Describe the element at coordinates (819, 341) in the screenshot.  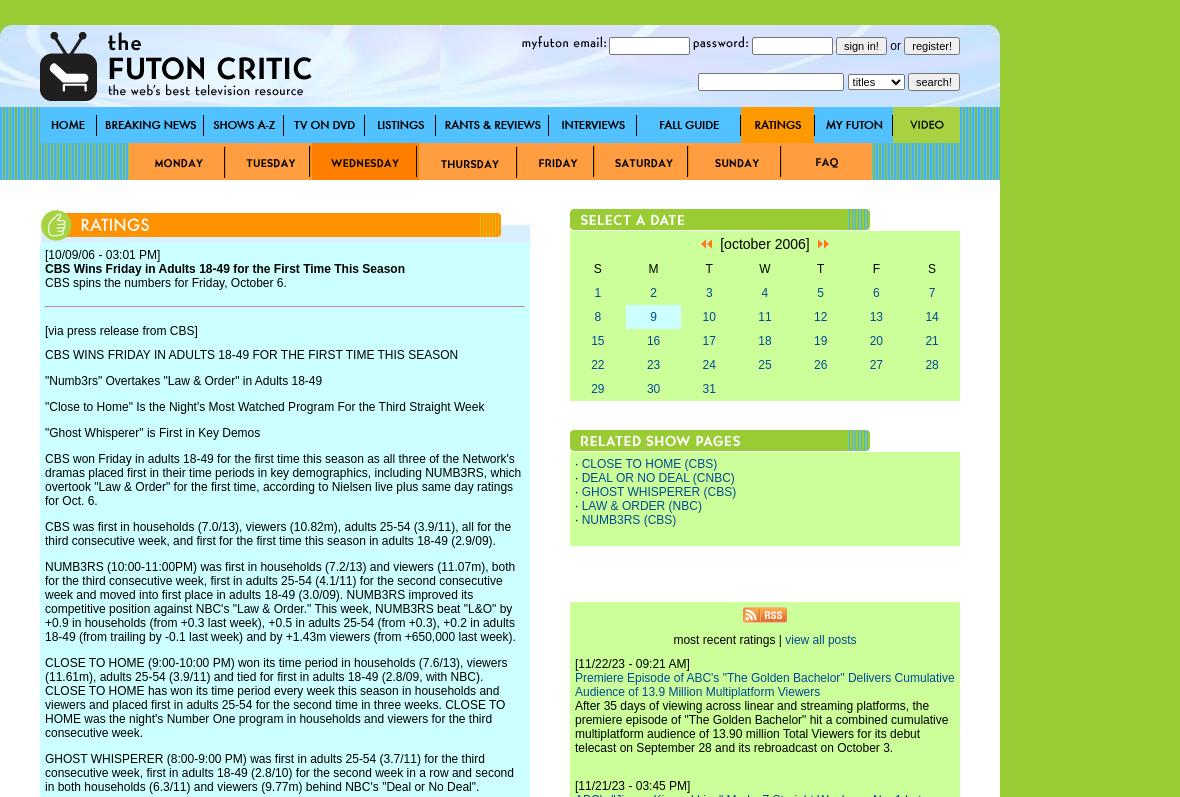
I see `'19'` at that location.